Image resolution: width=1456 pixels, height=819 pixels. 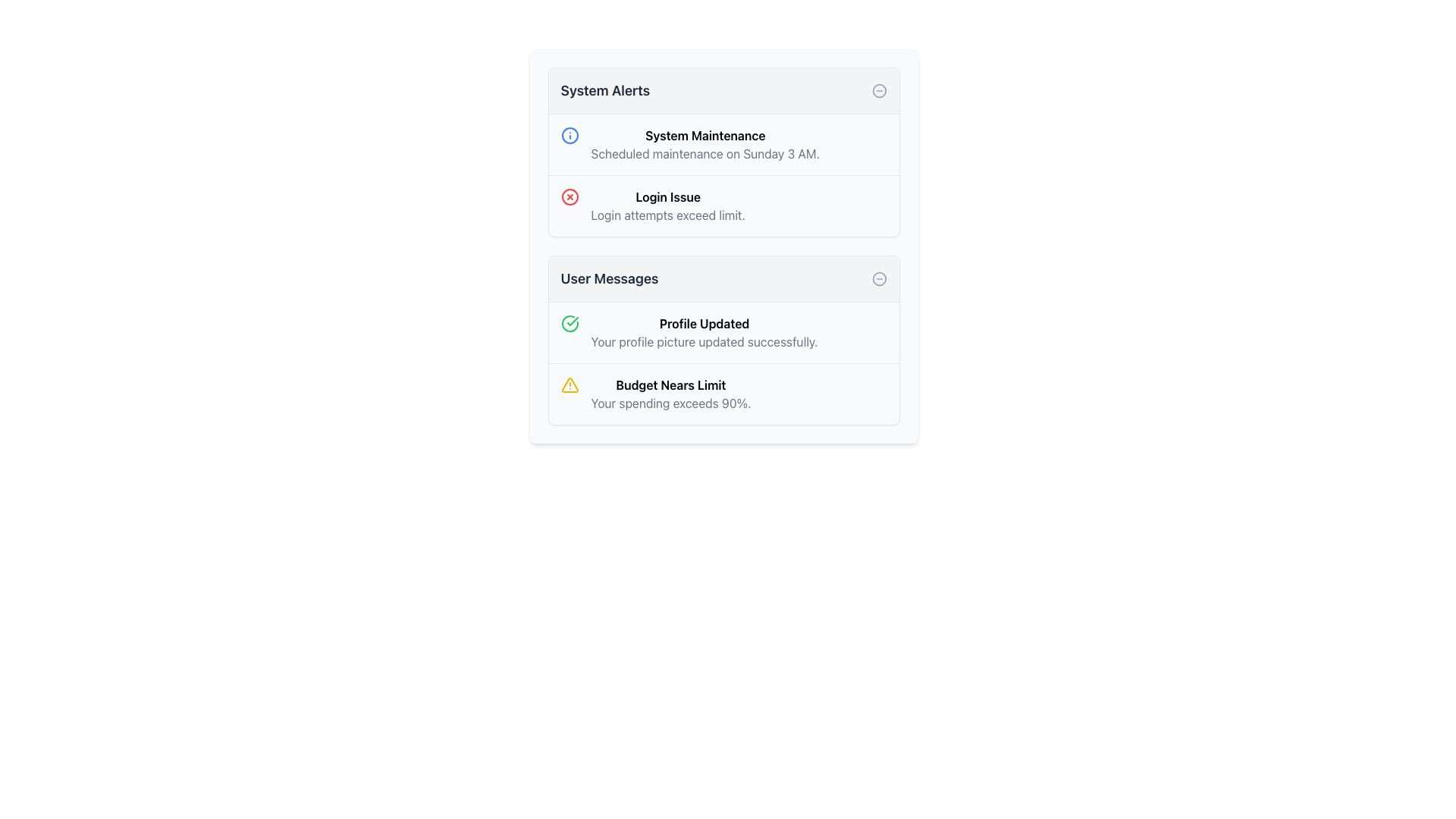 What do you see at coordinates (667, 206) in the screenshot?
I see `the second text-based notification in the 'System Alerts' section that indicates a login issue due to exceeded attempts` at bounding box center [667, 206].